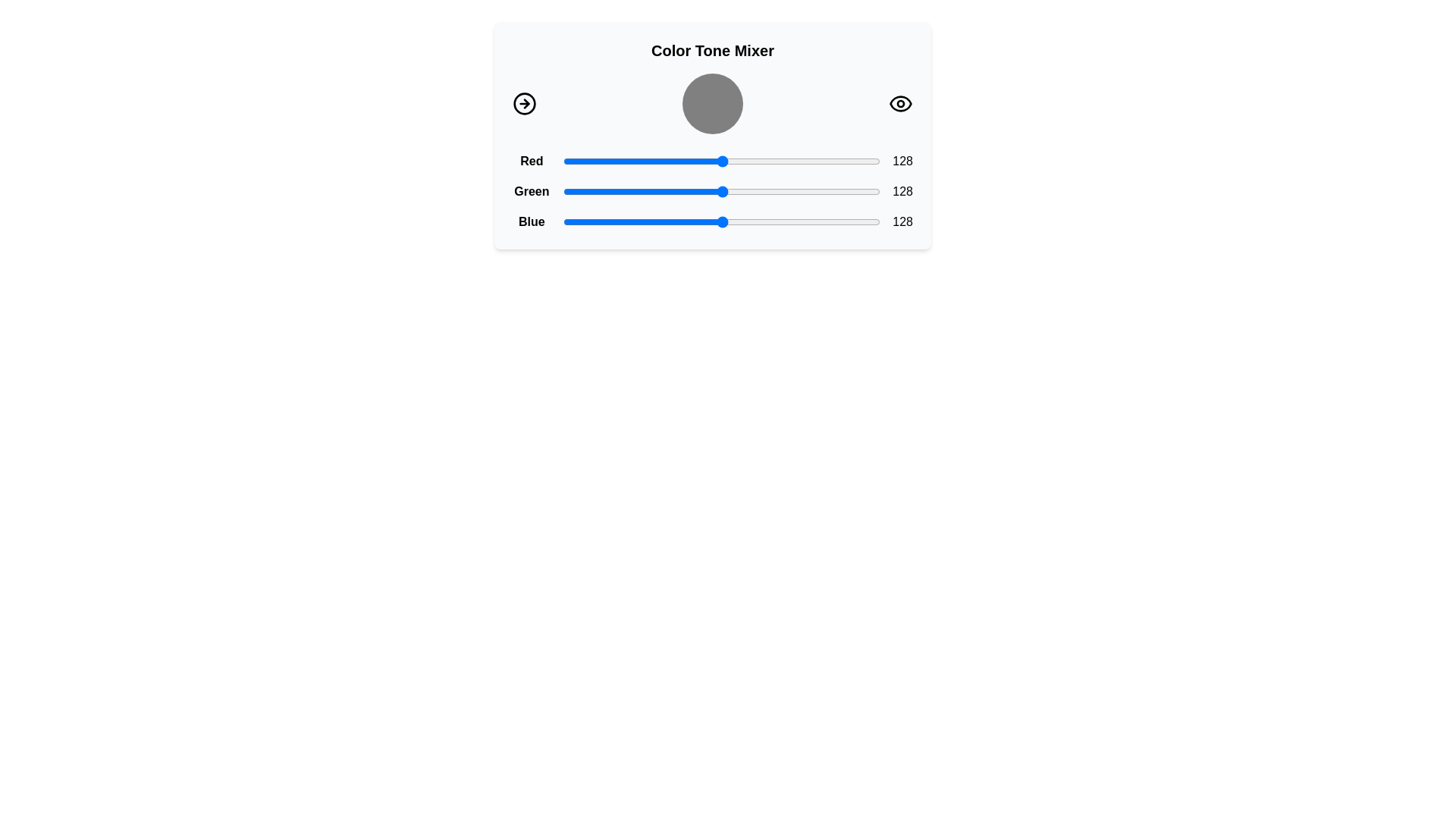  What do you see at coordinates (741, 191) in the screenshot?
I see `green color intensity` at bounding box center [741, 191].